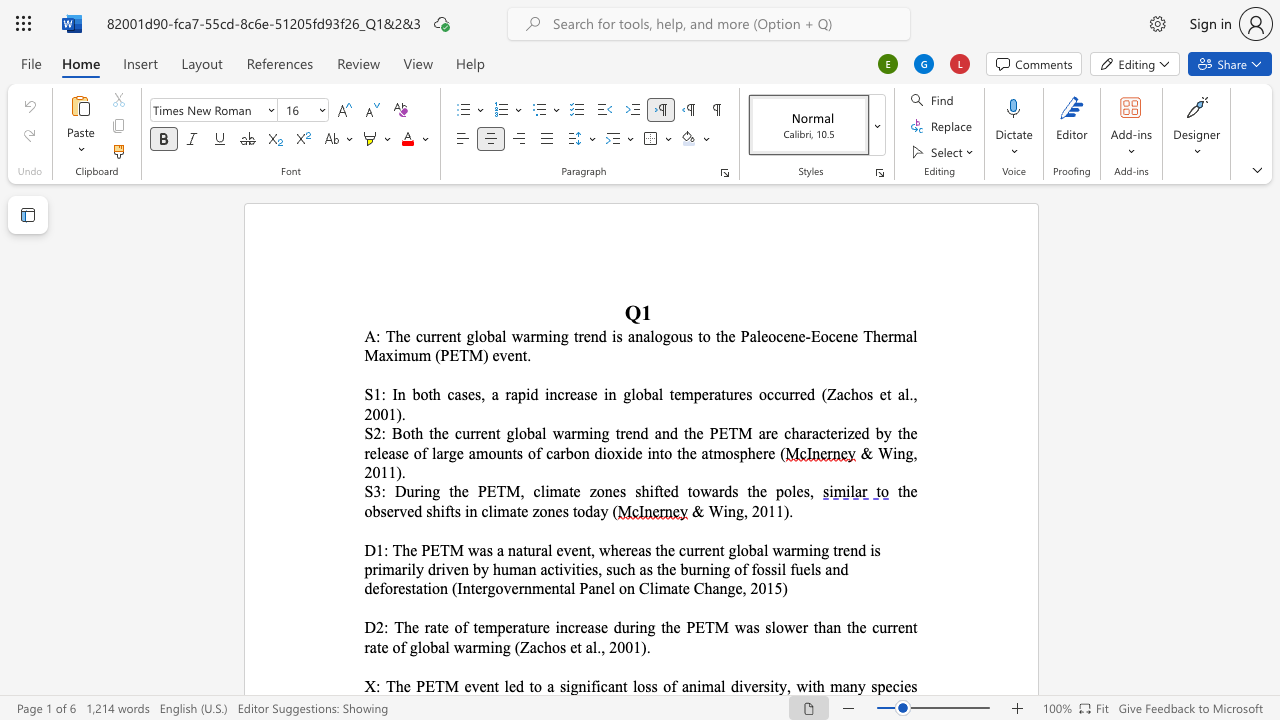  I want to click on the 2th character "d" in the text, so click(811, 394).